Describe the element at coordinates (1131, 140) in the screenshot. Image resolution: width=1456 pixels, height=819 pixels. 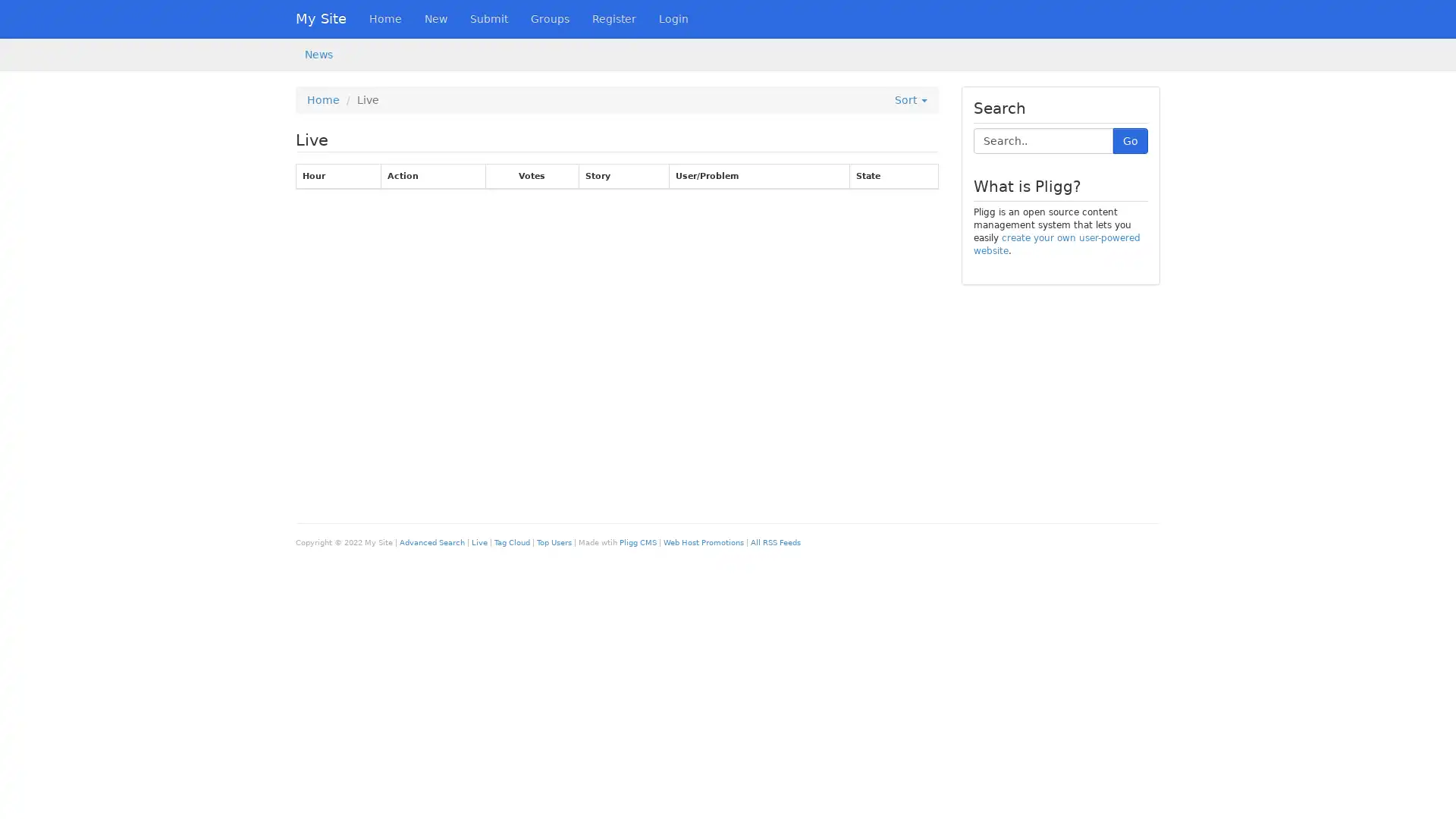
I see `Go` at that location.